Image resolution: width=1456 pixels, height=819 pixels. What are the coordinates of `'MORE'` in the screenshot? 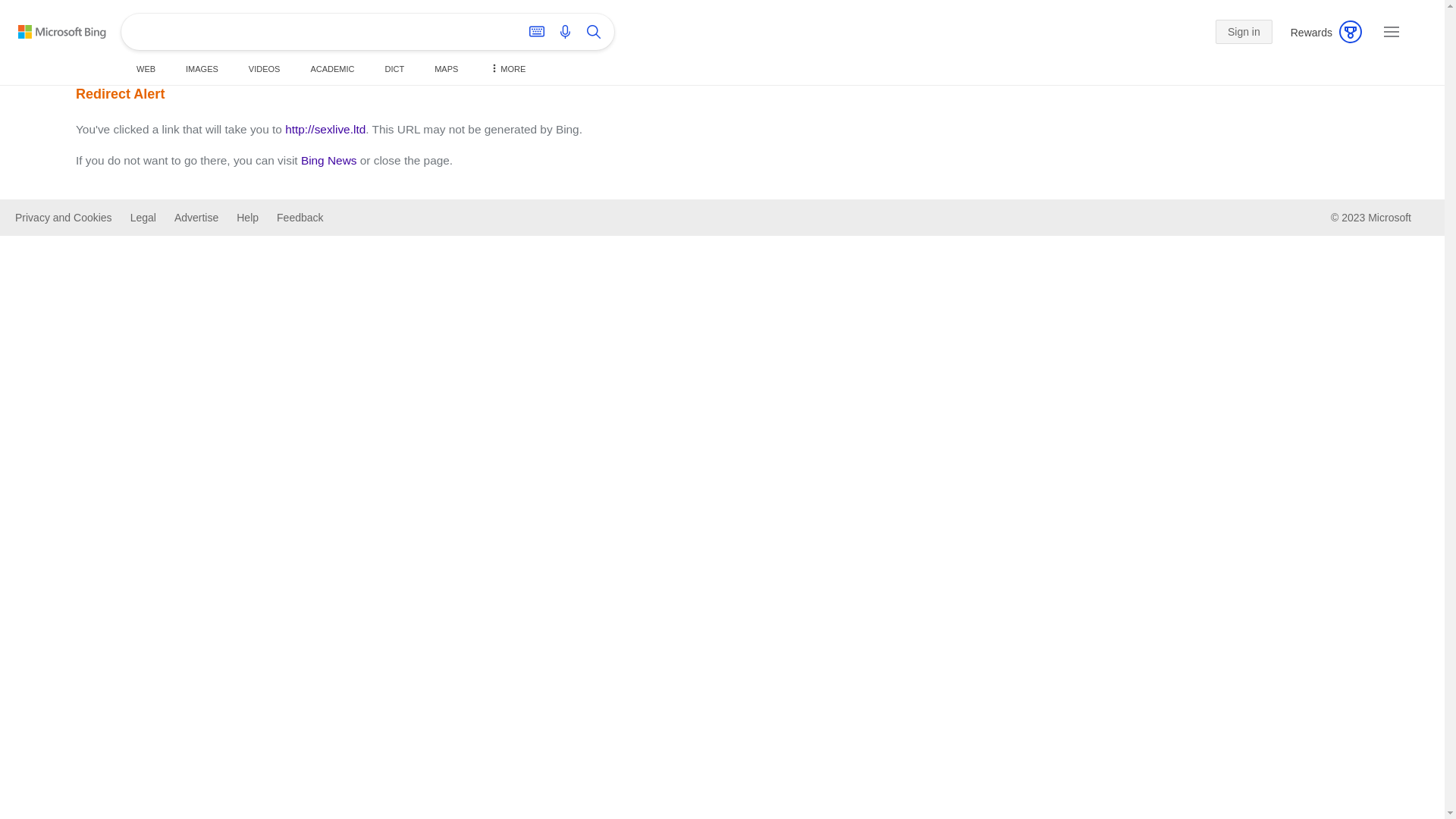 It's located at (481, 69).